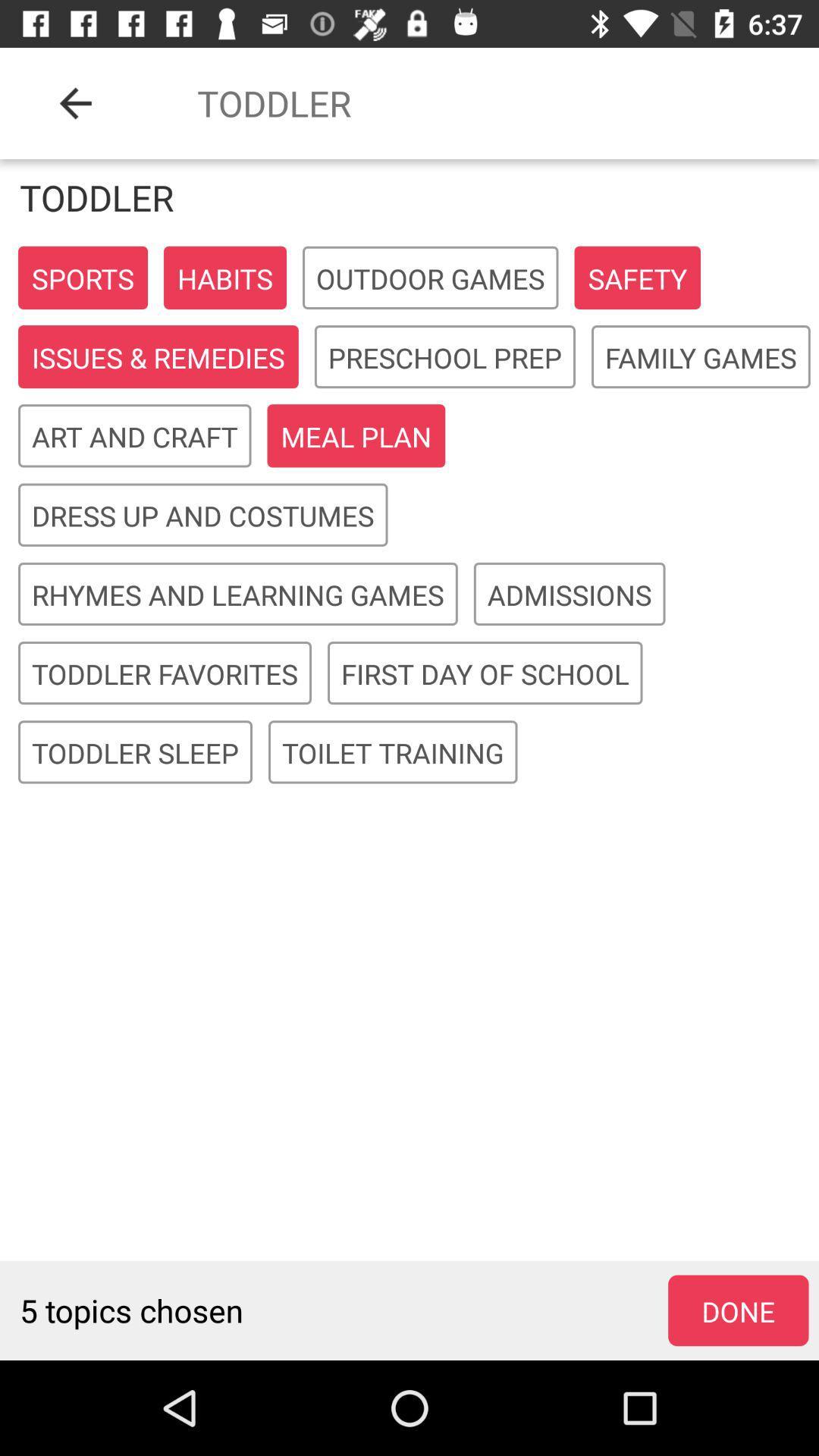 This screenshot has width=819, height=1456. I want to click on the safety right next to outdoor games, so click(637, 278).